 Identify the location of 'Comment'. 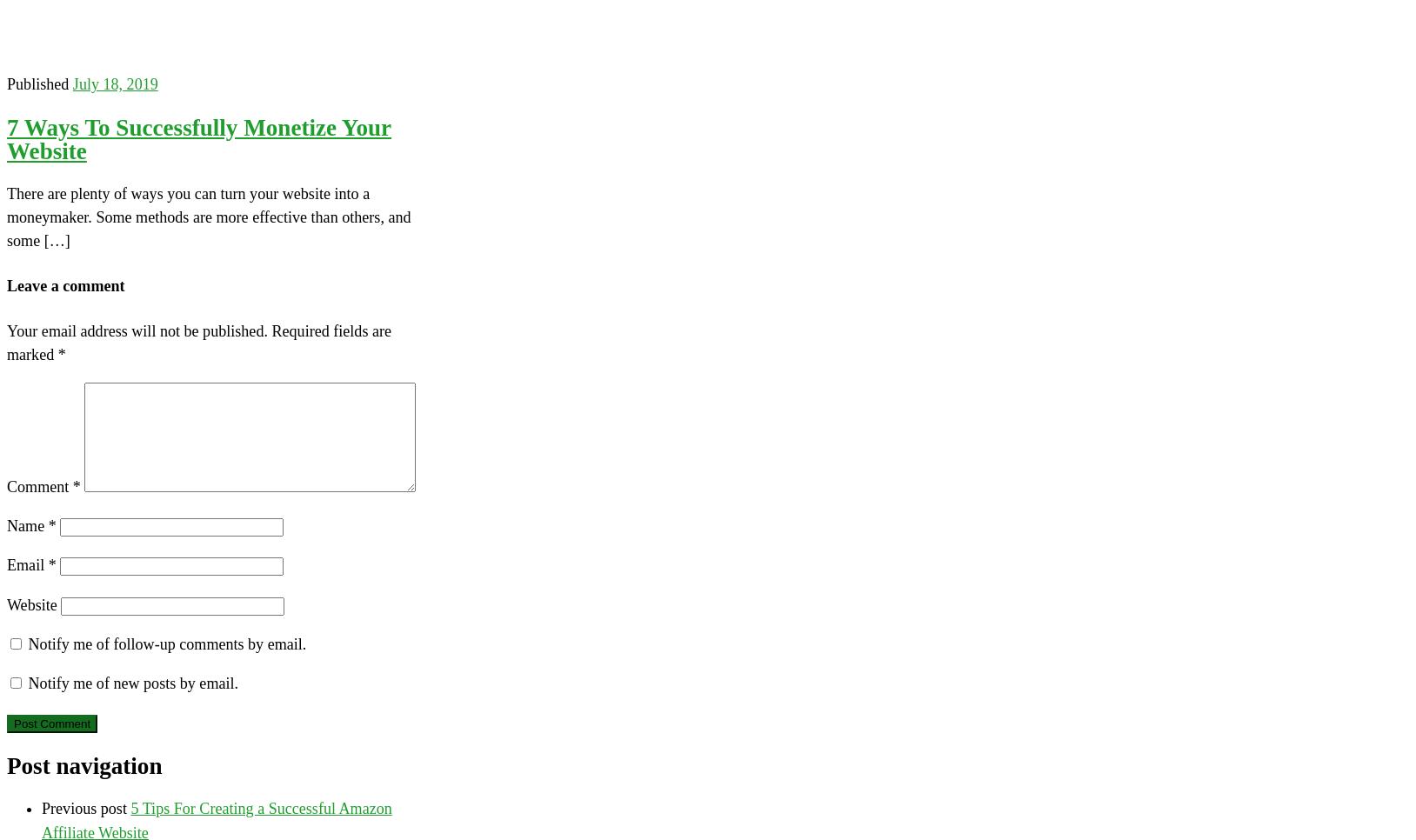
(38, 485).